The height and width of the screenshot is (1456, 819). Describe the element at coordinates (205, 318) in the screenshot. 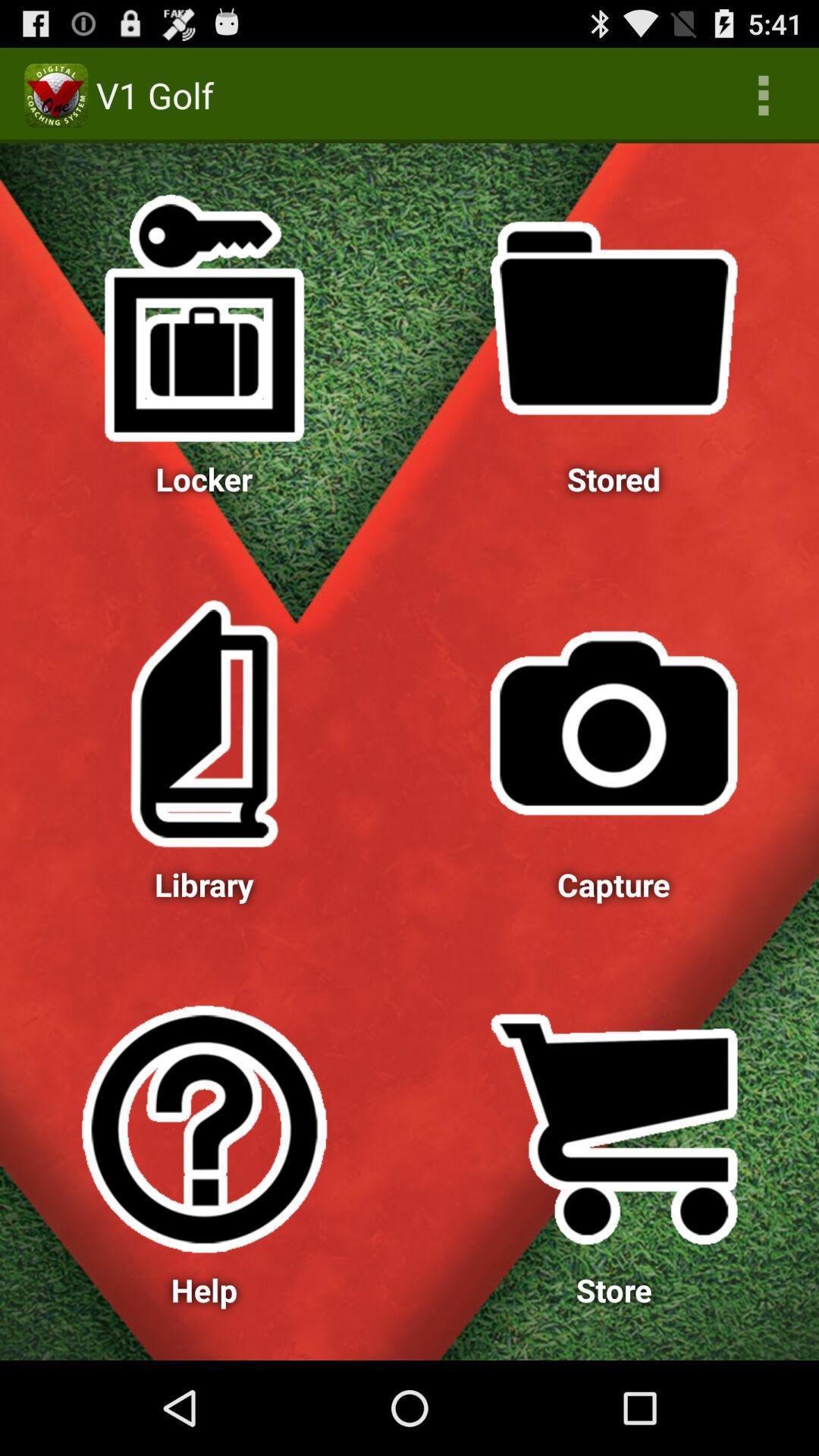

I see `the icon which is above locker` at that location.